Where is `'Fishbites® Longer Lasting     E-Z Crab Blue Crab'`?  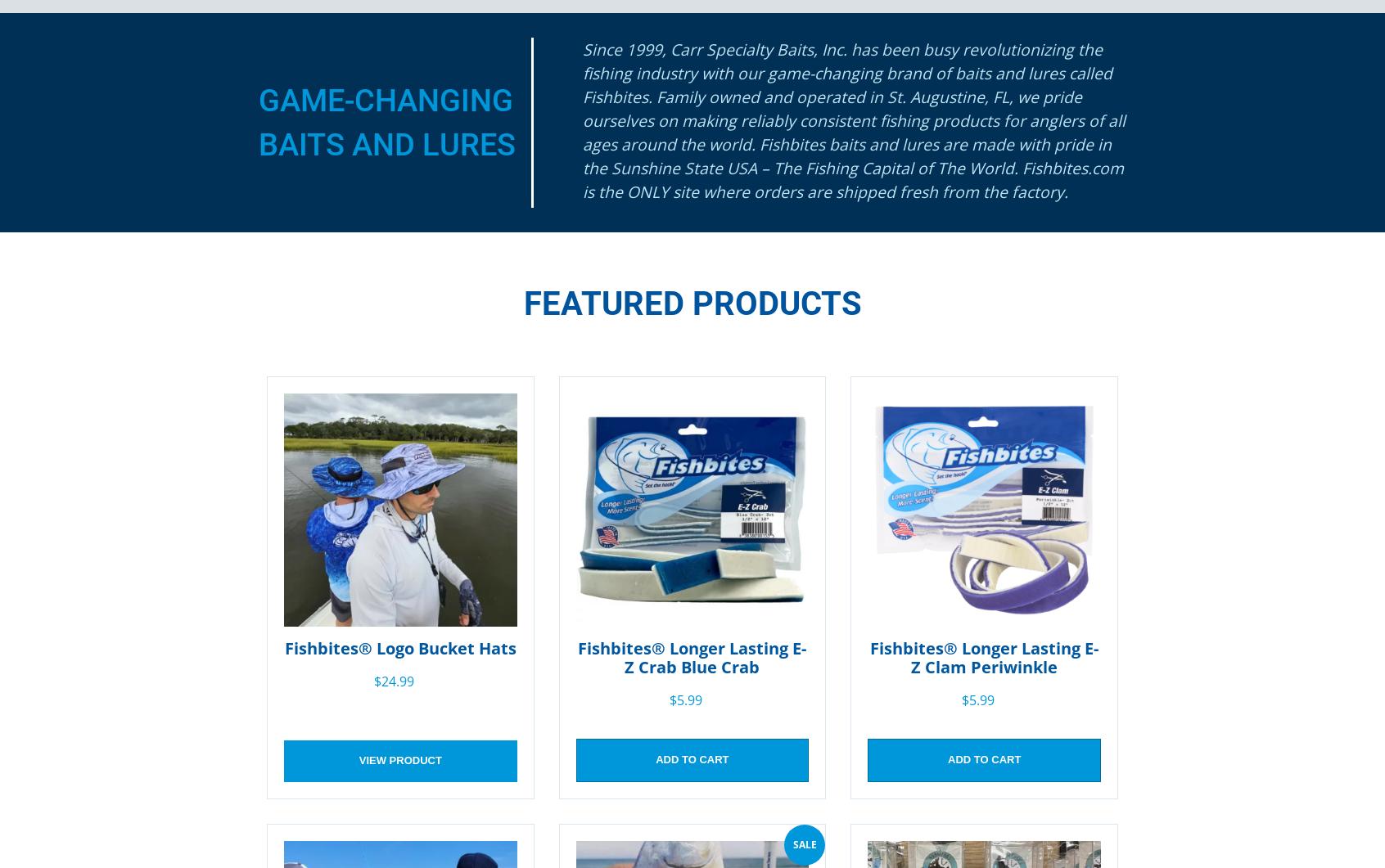 'Fishbites® Longer Lasting     E-Z Crab Blue Crab' is located at coordinates (692, 656).